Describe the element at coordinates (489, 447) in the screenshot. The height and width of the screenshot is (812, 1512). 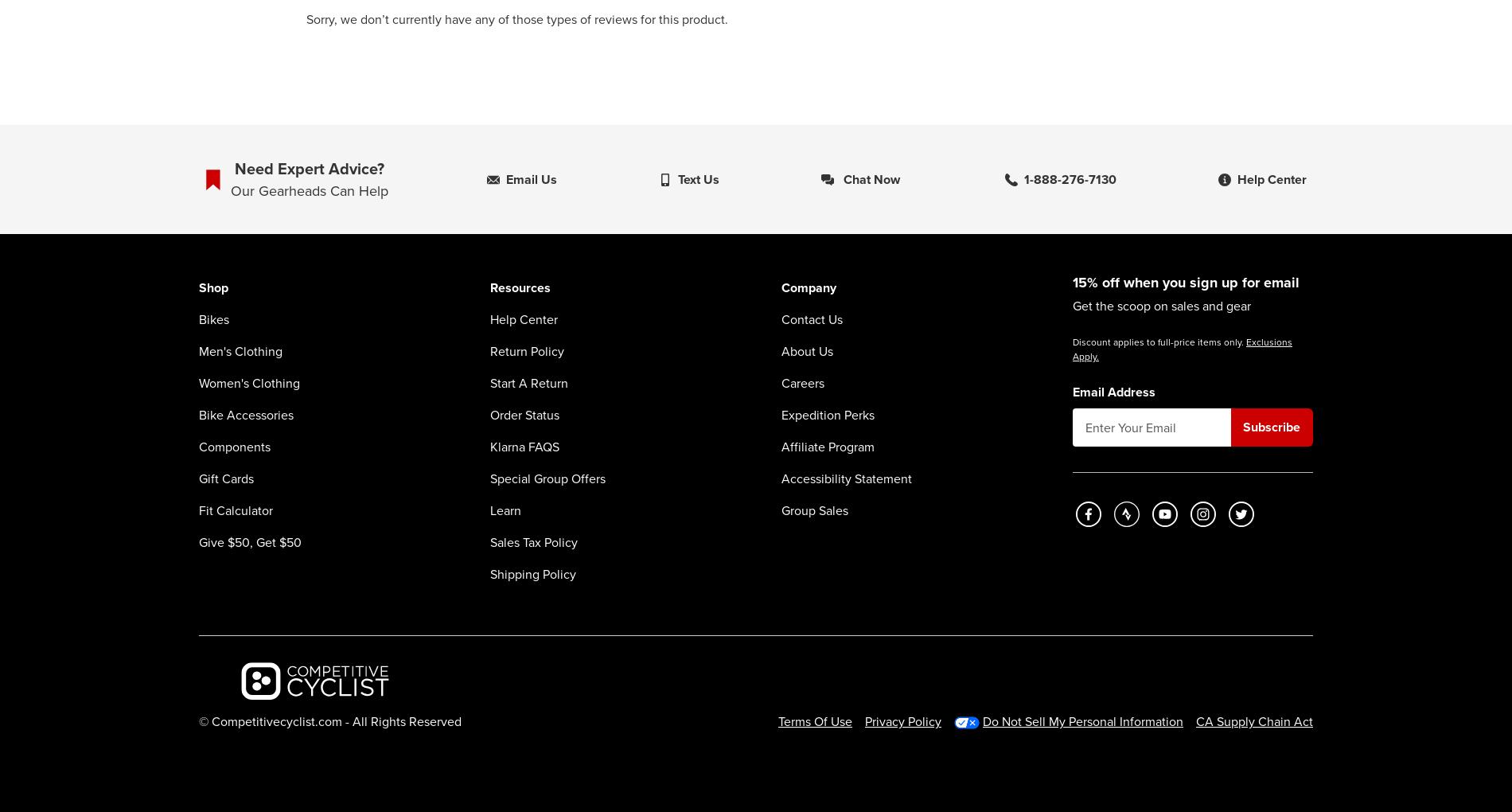
I see `'Klarna FAQS'` at that location.